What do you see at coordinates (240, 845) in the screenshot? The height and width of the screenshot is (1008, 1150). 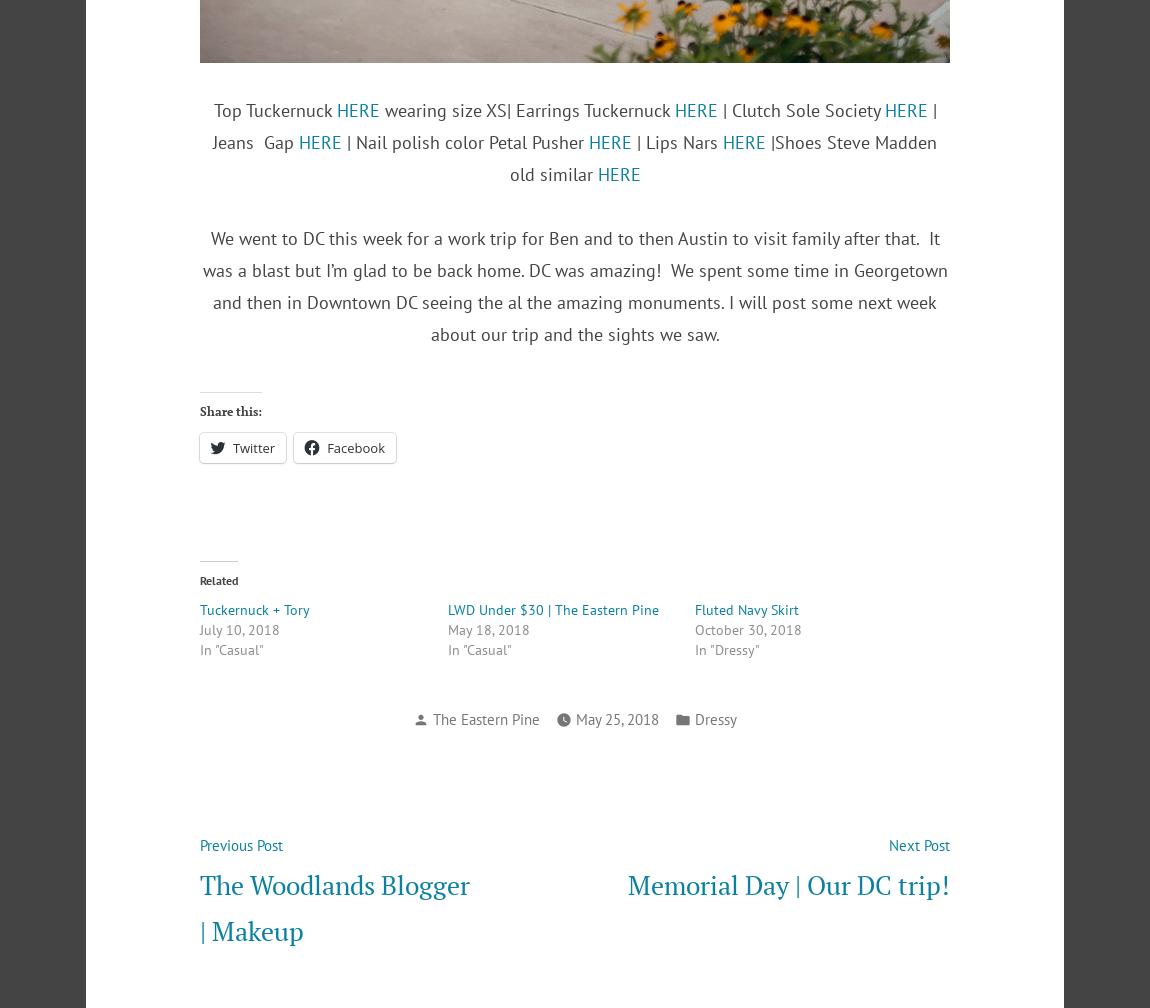 I see `'Previous Post'` at bounding box center [240, 845].